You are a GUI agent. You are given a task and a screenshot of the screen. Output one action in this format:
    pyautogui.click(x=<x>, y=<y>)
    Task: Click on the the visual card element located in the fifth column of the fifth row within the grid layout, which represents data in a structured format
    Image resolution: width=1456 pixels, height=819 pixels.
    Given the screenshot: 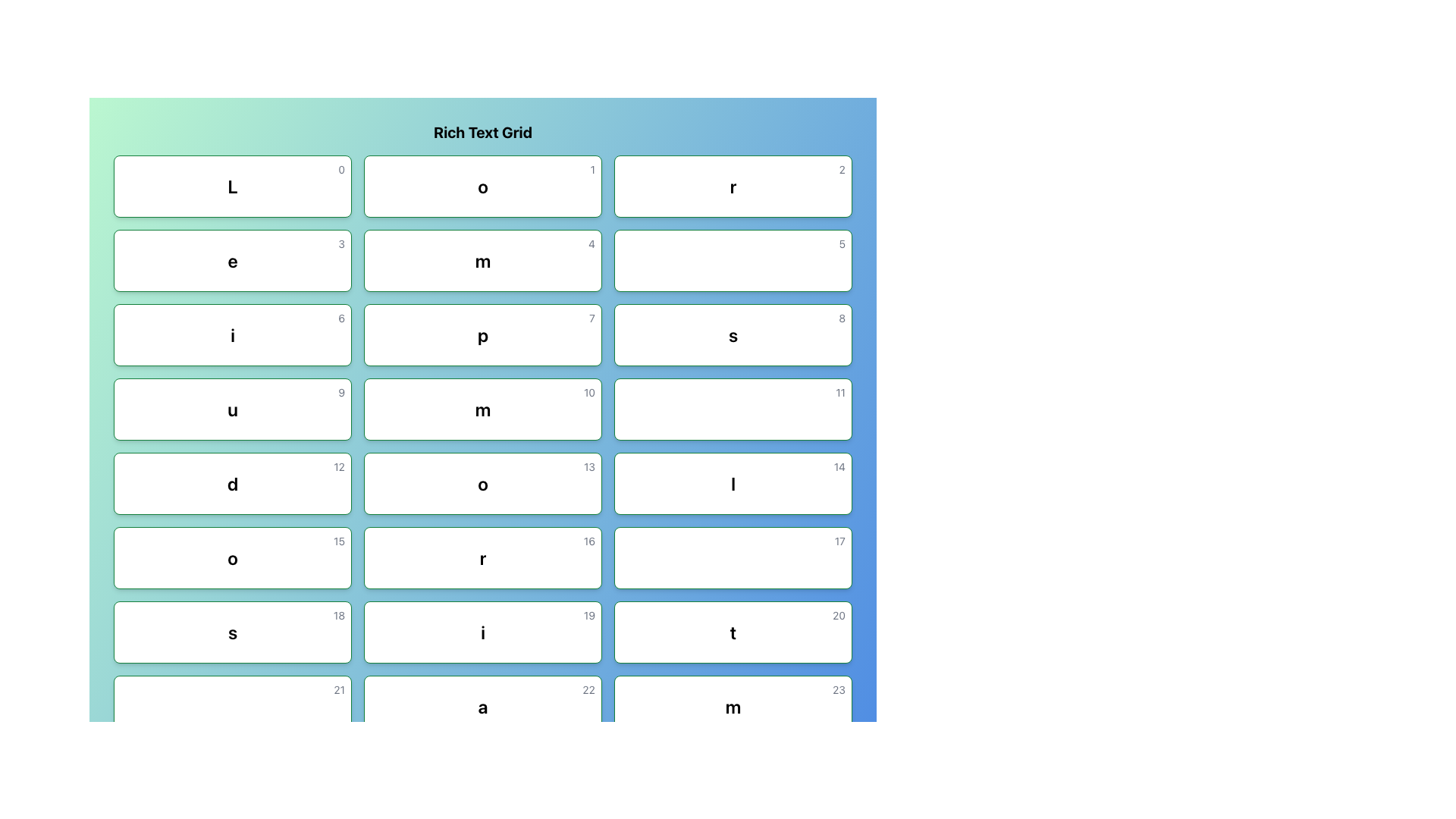 What is the action you would take?
    pyautogui.click(x=733, y=483)
    